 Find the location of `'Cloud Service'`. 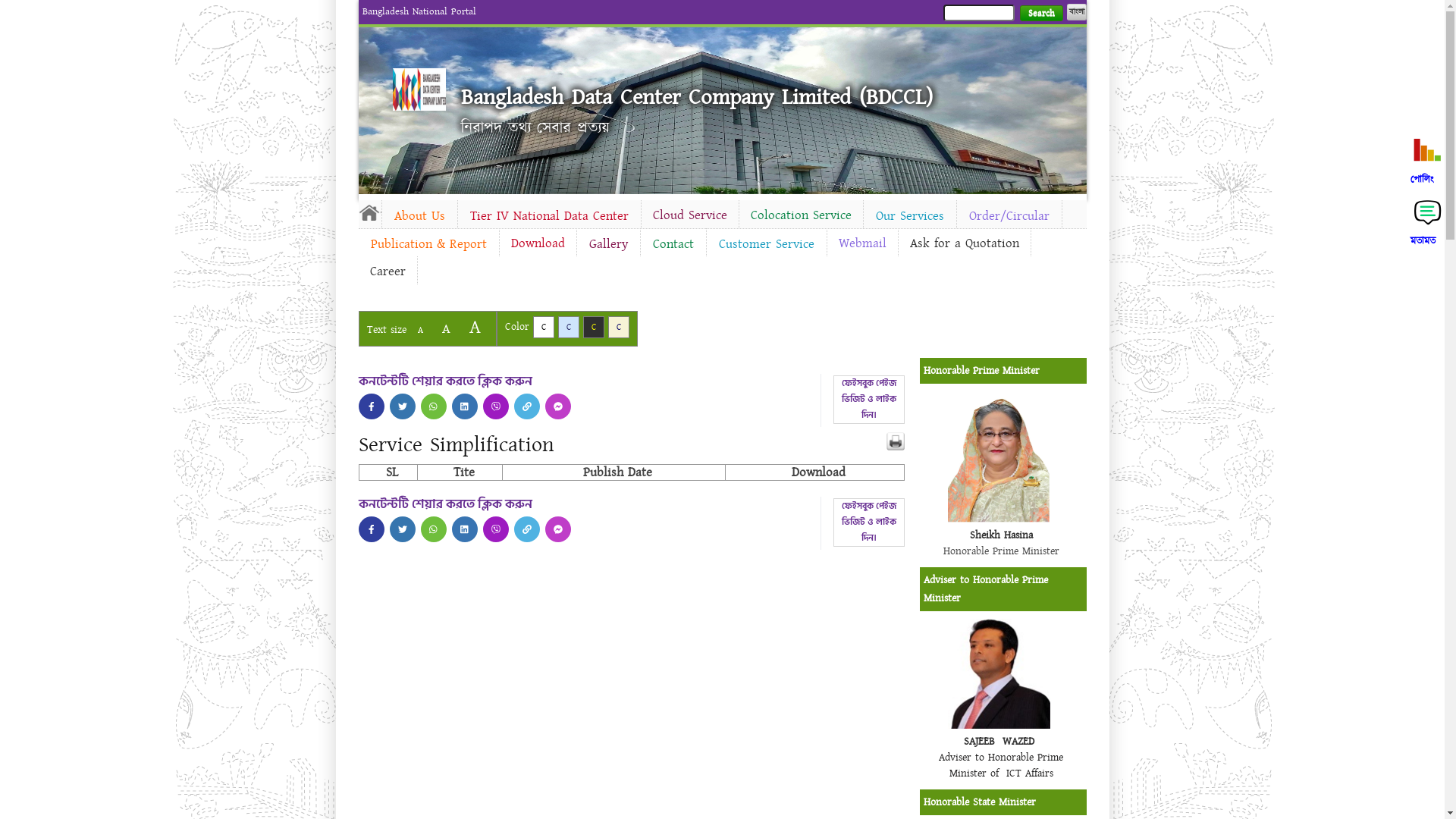

'Cloud Service' is located at coordinates (689, 215).